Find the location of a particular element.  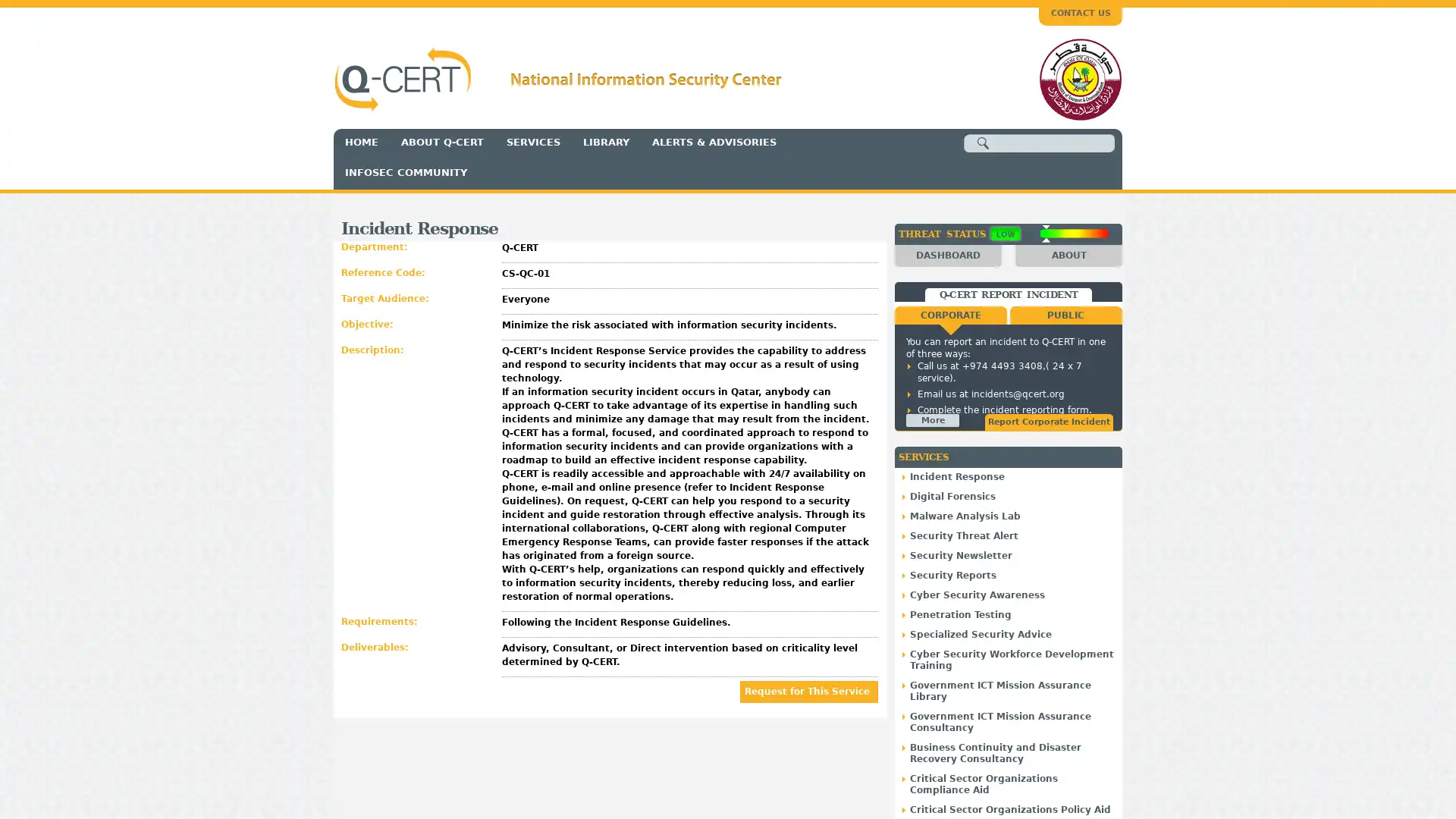

Request for This Service is located at coordinates (808, 691).